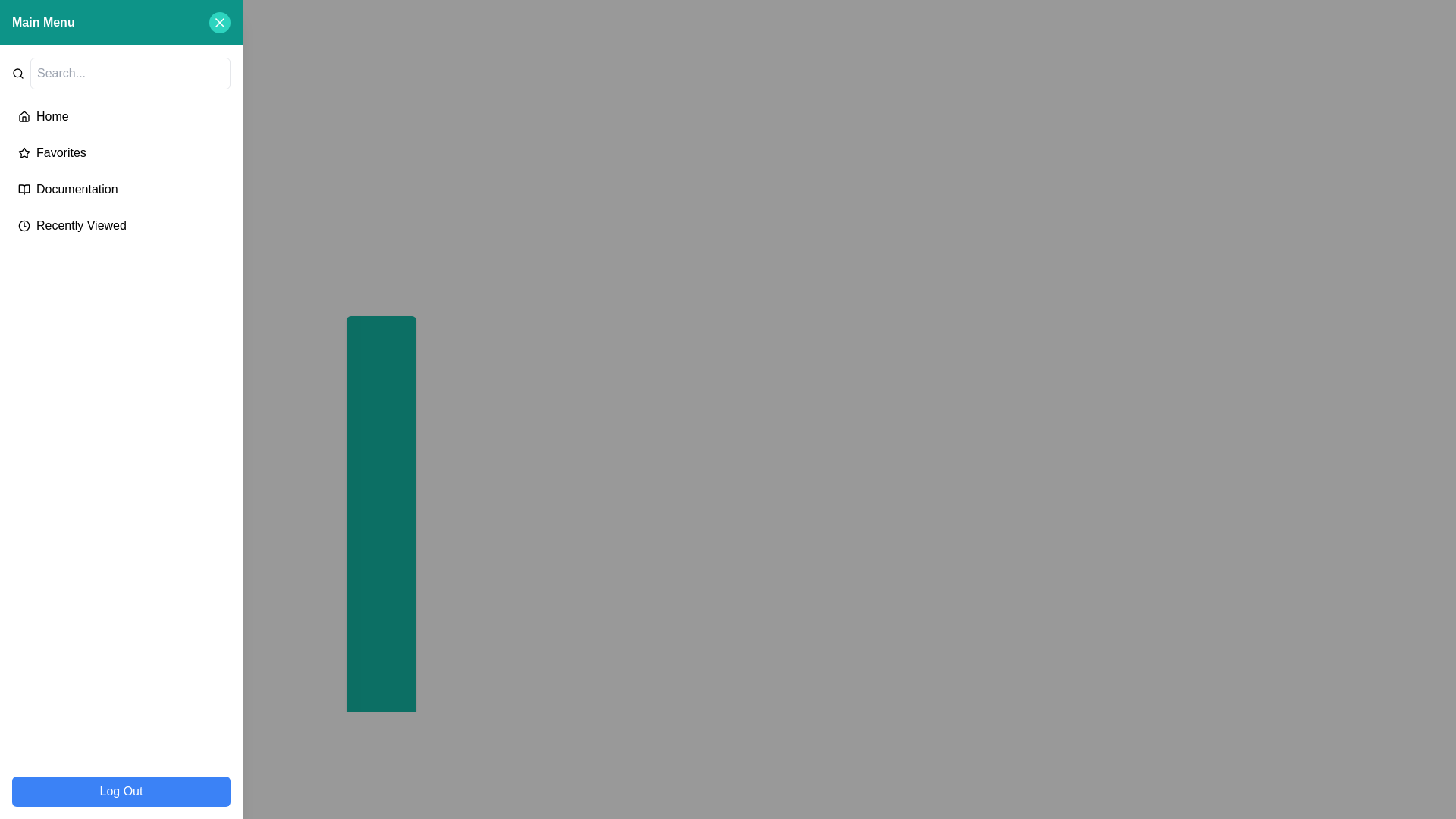  Describe the element at coordinates (218, 23) in the screenshot. I see `the circular teal button with a white 'X' icon located in the top-right corner of the green 'Main Menu' bar` at that location.